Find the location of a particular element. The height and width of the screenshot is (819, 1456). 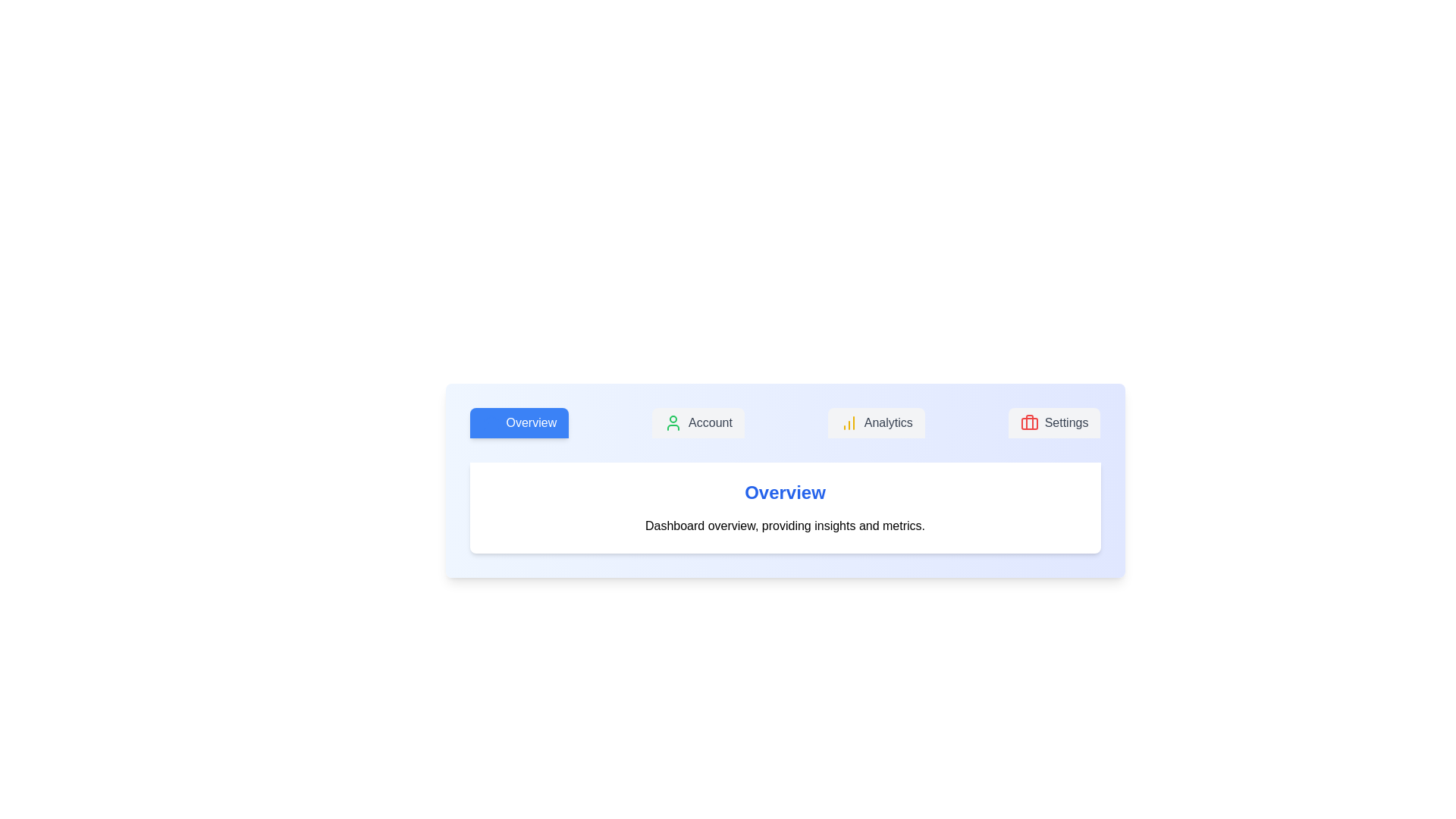

the tab labeled Analytics to observe its hover effect is located at coordinates (876, 423).